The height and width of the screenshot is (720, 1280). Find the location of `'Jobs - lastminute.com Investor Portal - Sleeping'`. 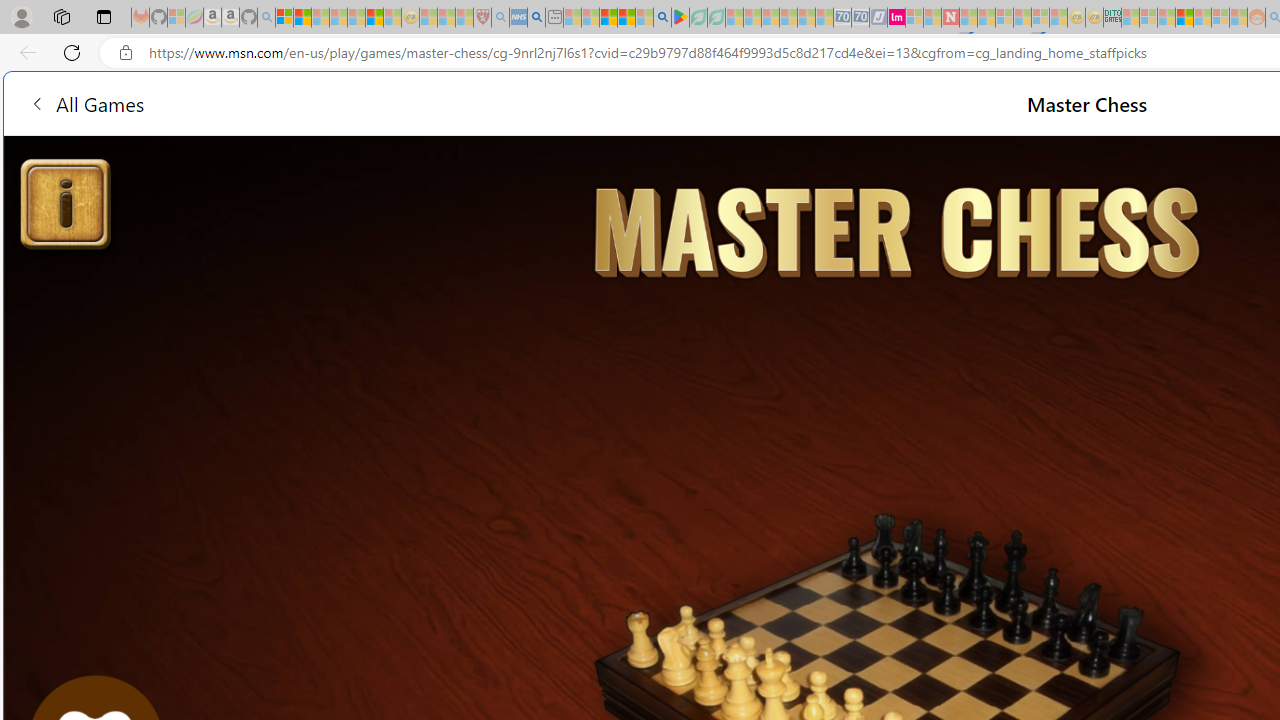

'Jobs - lastminute.com Investor Portal - Sleeping' is located at coordinates (895, 17).